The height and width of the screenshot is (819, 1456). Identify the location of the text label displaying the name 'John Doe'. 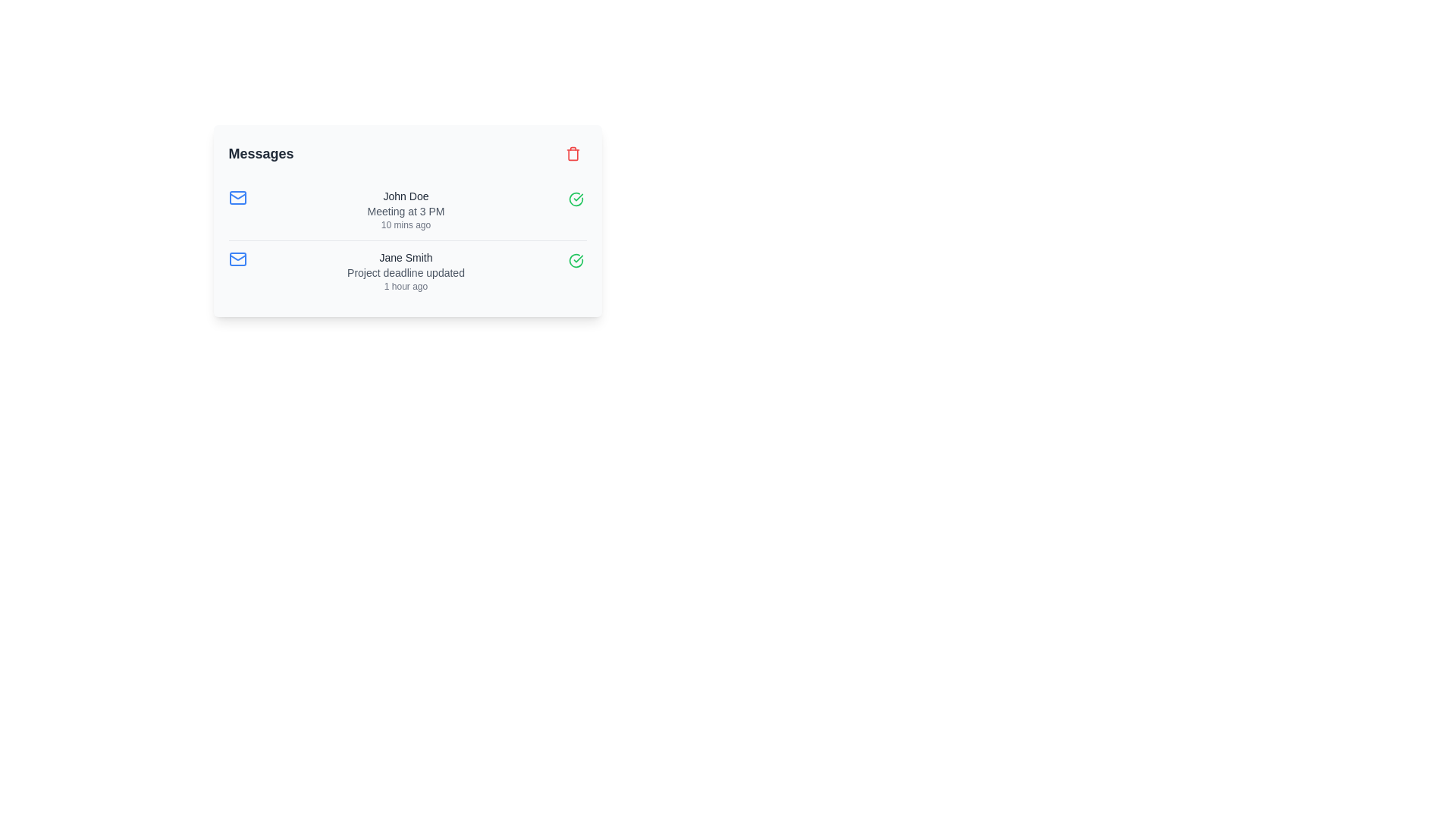
(406, 195).